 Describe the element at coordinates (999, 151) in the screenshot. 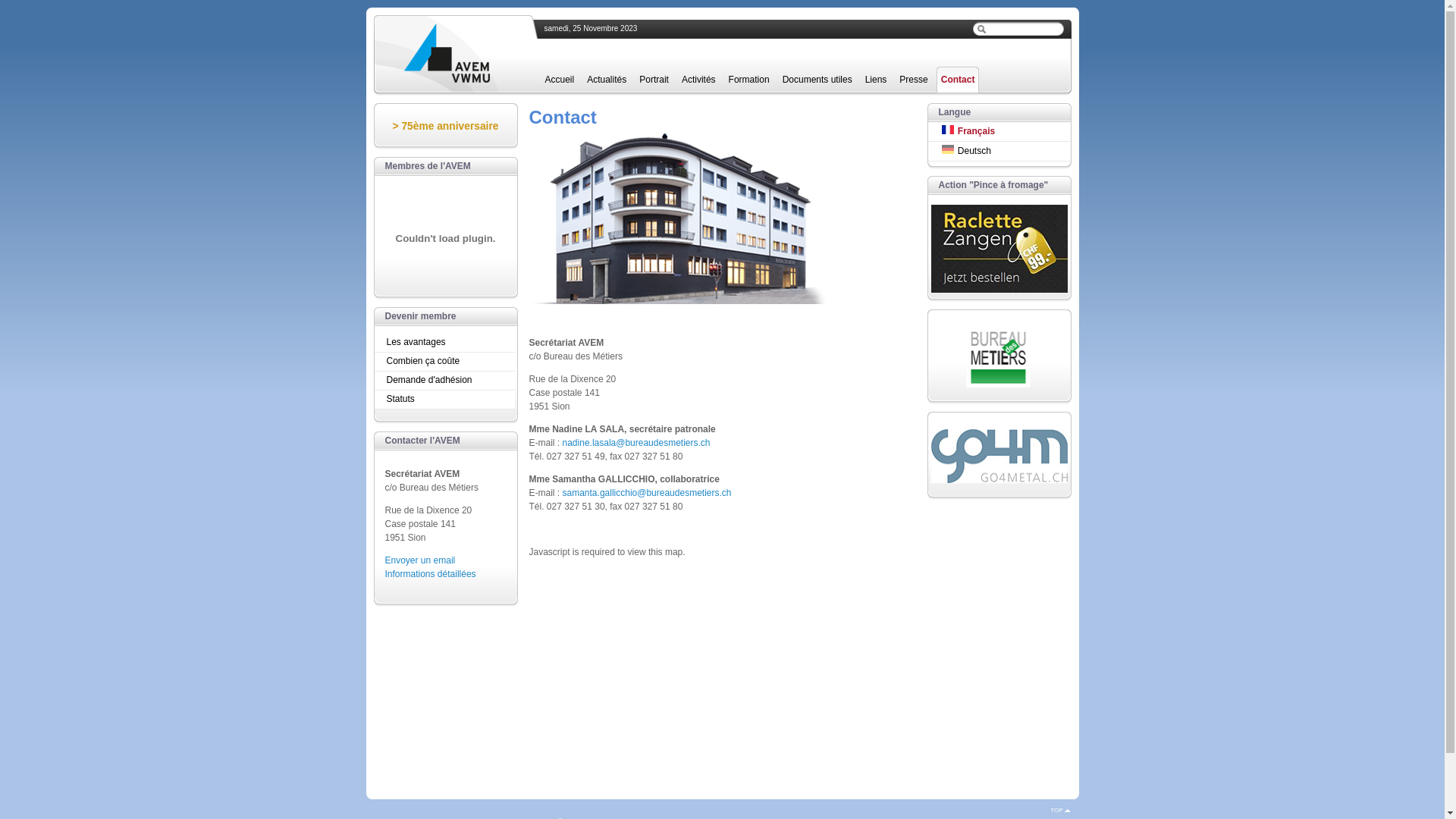

I see `'Deutsch'` at that location.